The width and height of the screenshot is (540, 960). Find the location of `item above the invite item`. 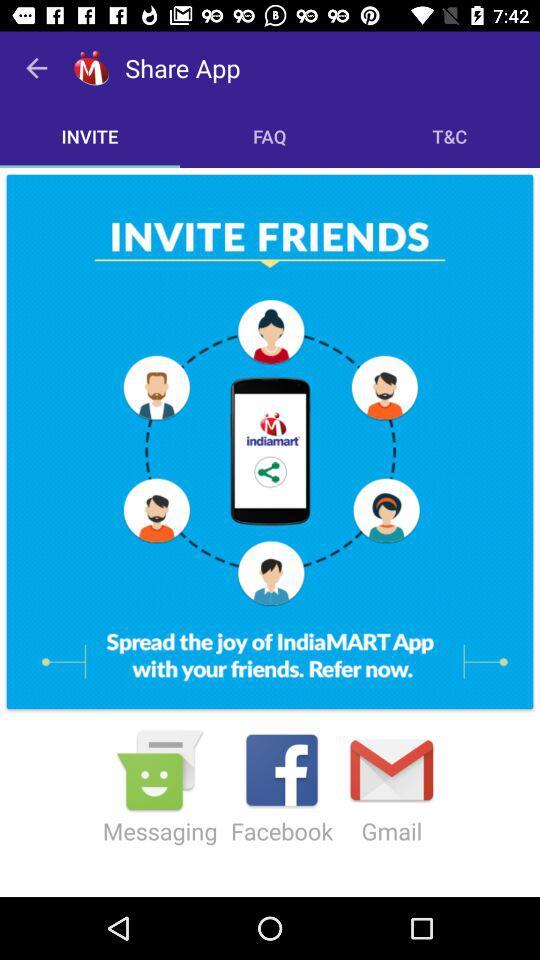

item above the invite item is located at coordinates (36, 68).